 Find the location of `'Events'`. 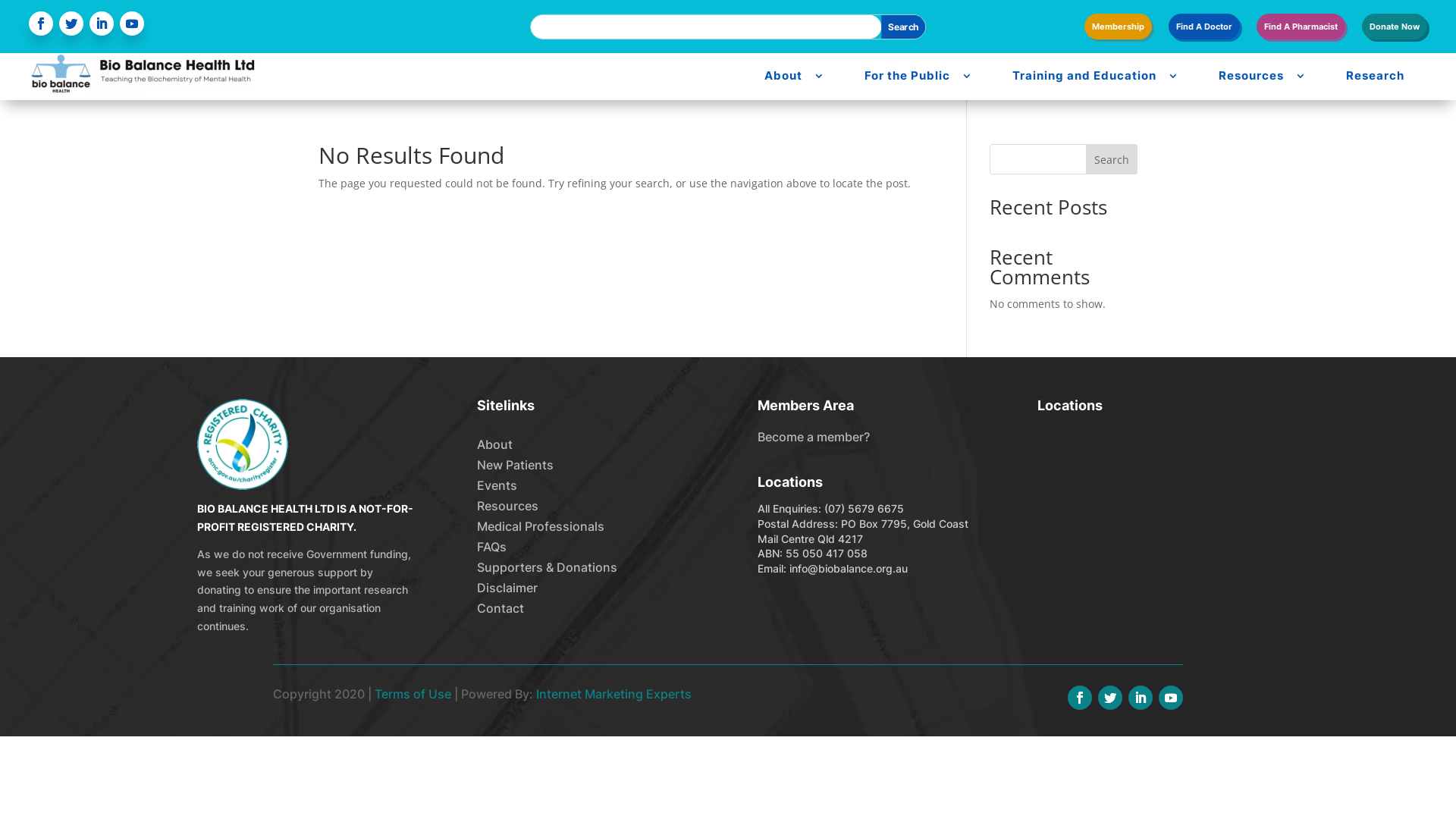

'Events' is located at coordinates (497, 485).